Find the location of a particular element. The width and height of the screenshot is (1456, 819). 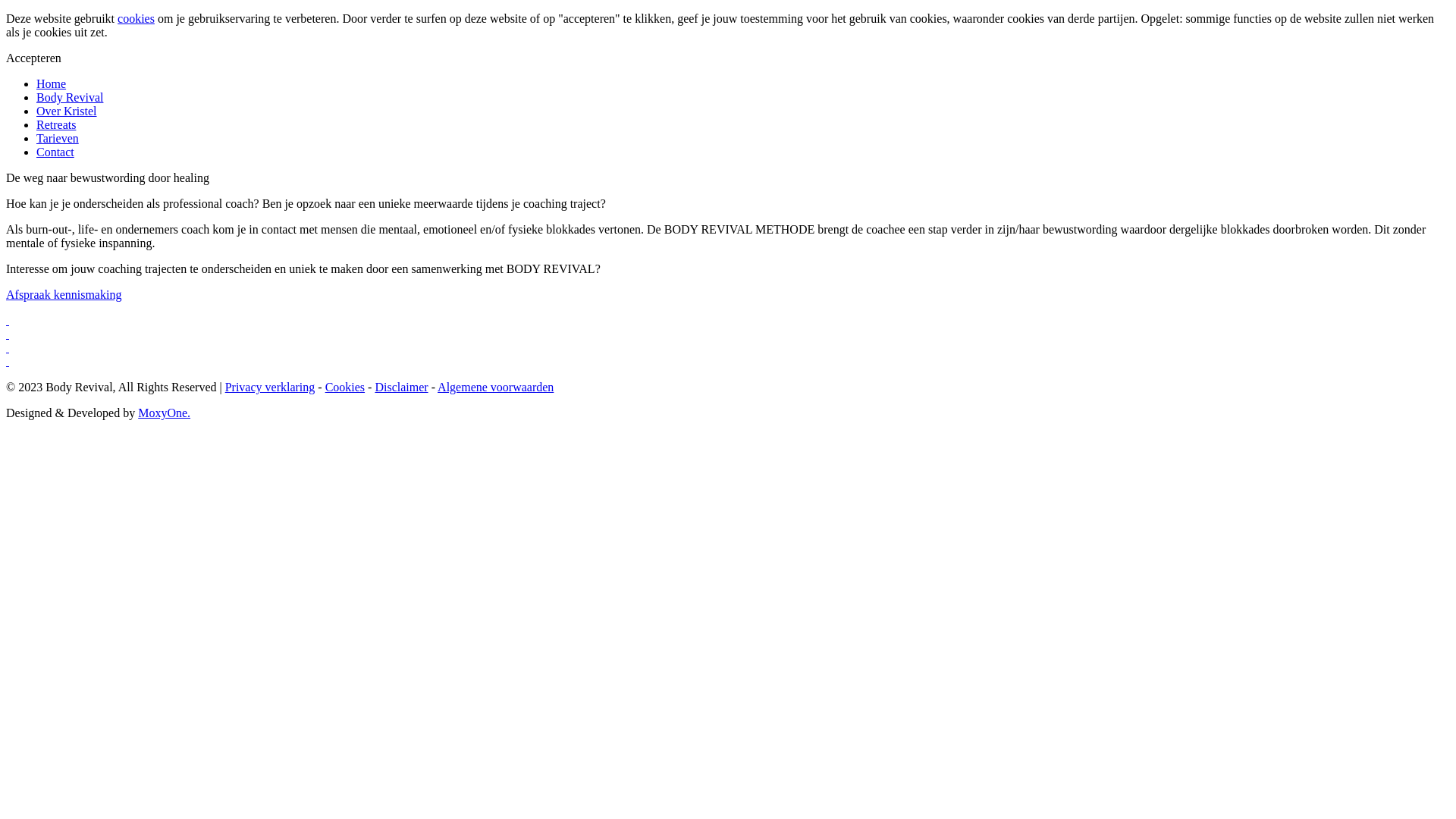

'cookies' is located at coordinates (136, 18).